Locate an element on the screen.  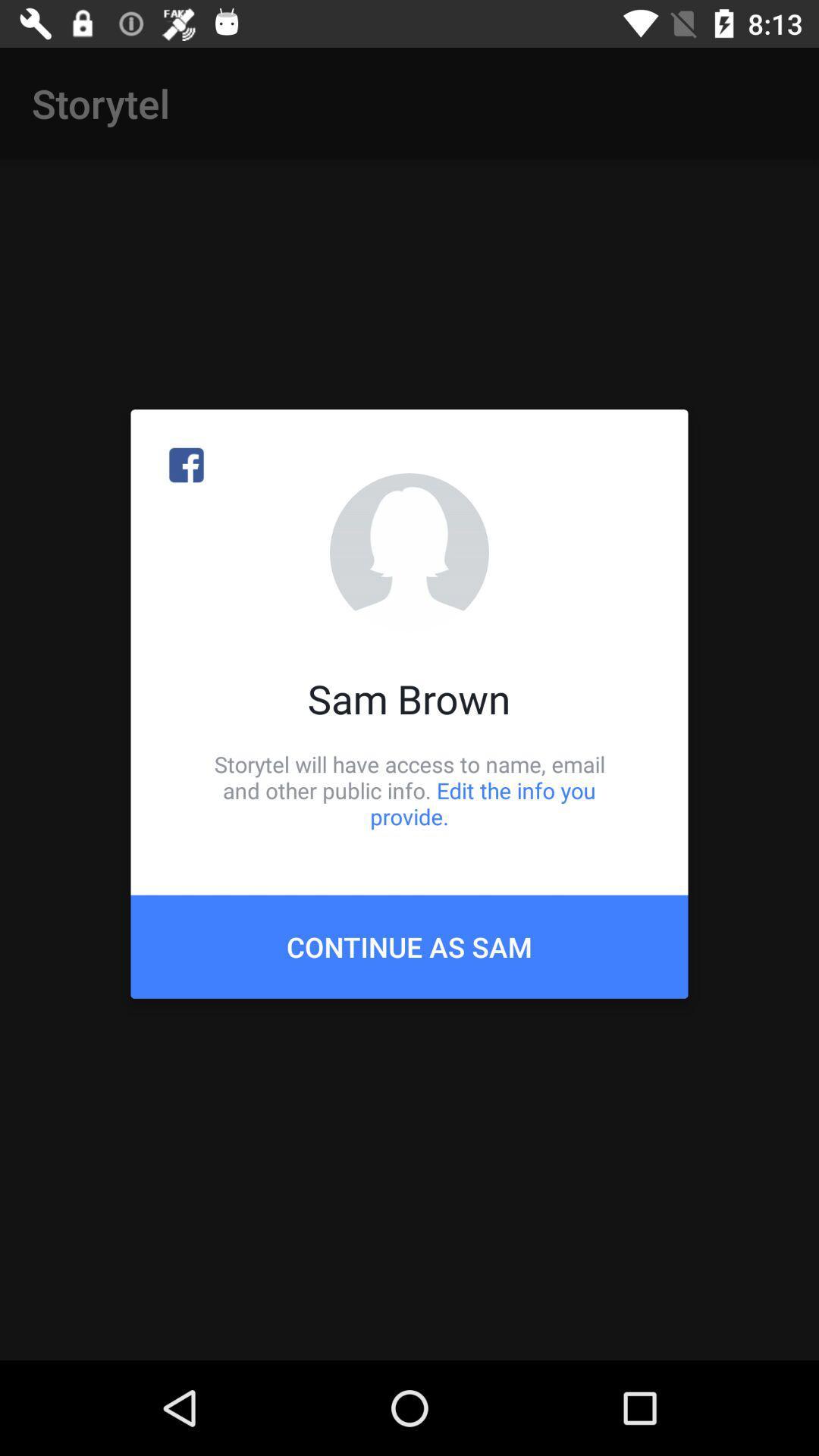
storytel will have is located at coordinates (409, 789).